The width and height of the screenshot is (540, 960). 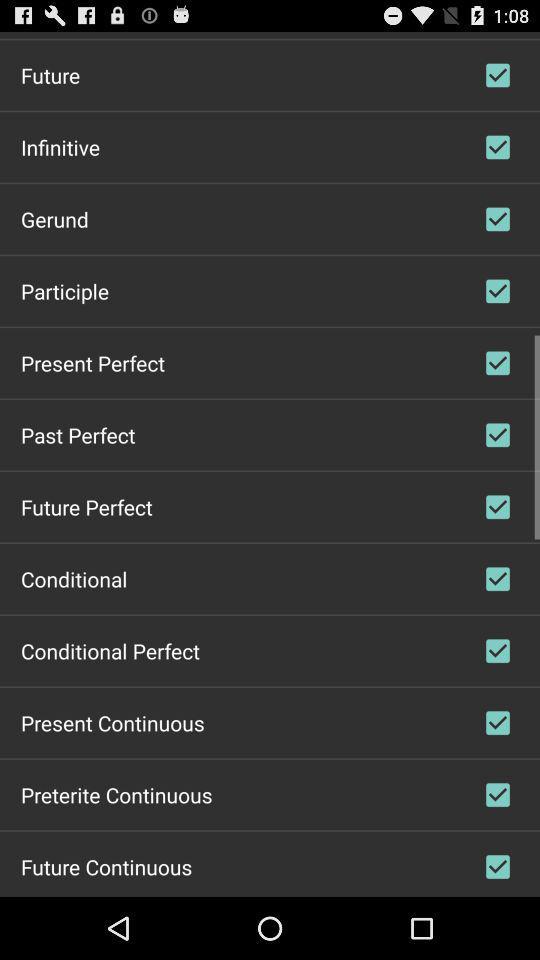 I want to click on future perfect item, so click(x=85, y=505).